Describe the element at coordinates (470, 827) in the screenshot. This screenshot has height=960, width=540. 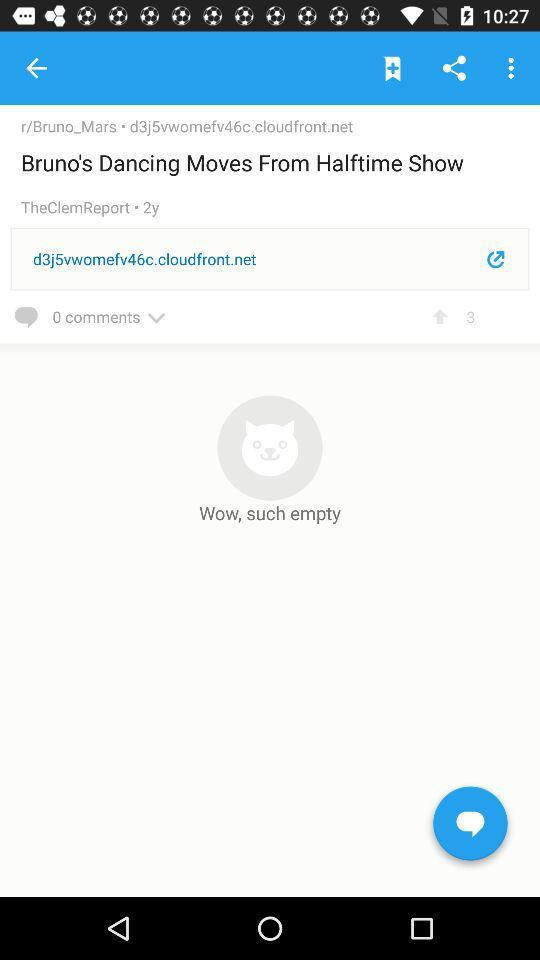
I see `start chat` at that location.